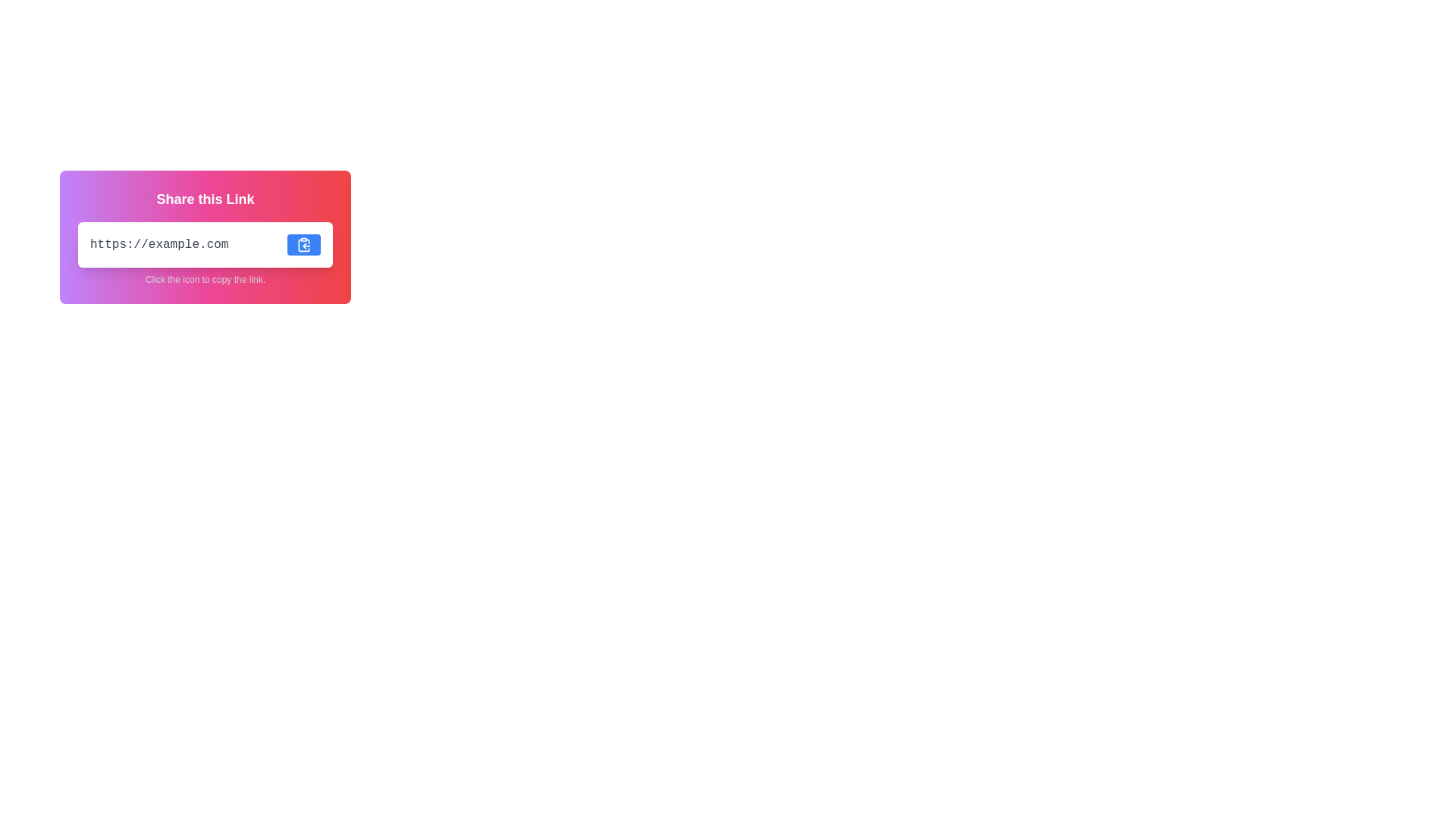 The width and height of the screenshot is (1456, 819). I want to click on the text label that introduces and describes the purpose of the card, located at the top-center of the rounded rectangular card, so click(204, 198).